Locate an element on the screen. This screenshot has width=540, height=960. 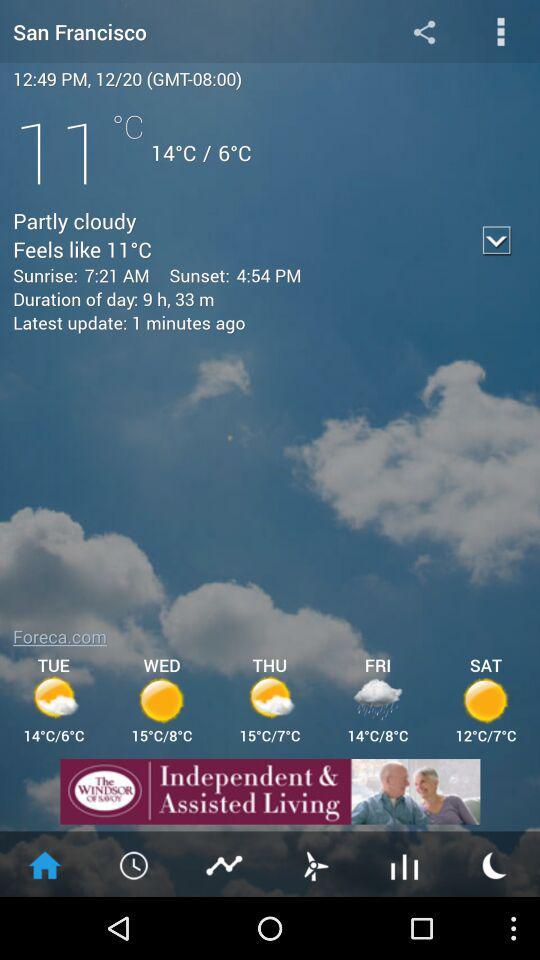
home page is located at coordinates (44, 863).